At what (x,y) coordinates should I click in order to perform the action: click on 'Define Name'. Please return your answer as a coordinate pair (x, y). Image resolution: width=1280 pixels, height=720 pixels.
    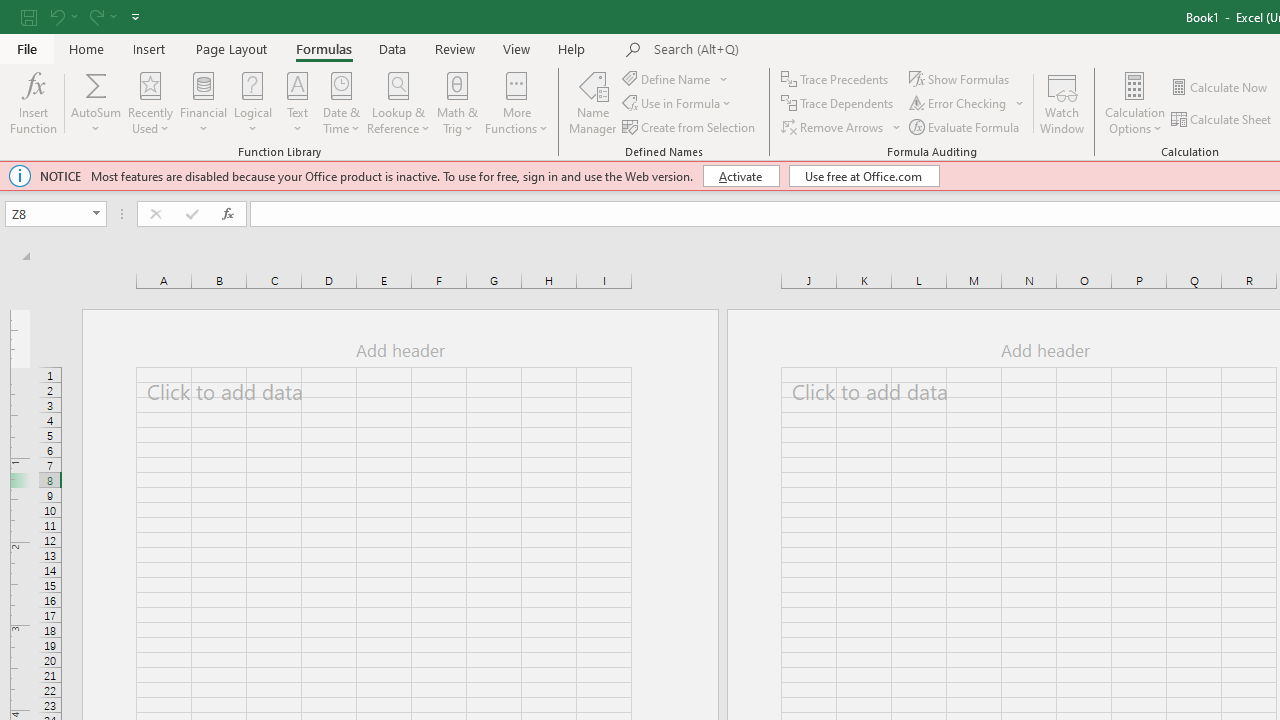
    Looking at the image, I should click on (676, 78).